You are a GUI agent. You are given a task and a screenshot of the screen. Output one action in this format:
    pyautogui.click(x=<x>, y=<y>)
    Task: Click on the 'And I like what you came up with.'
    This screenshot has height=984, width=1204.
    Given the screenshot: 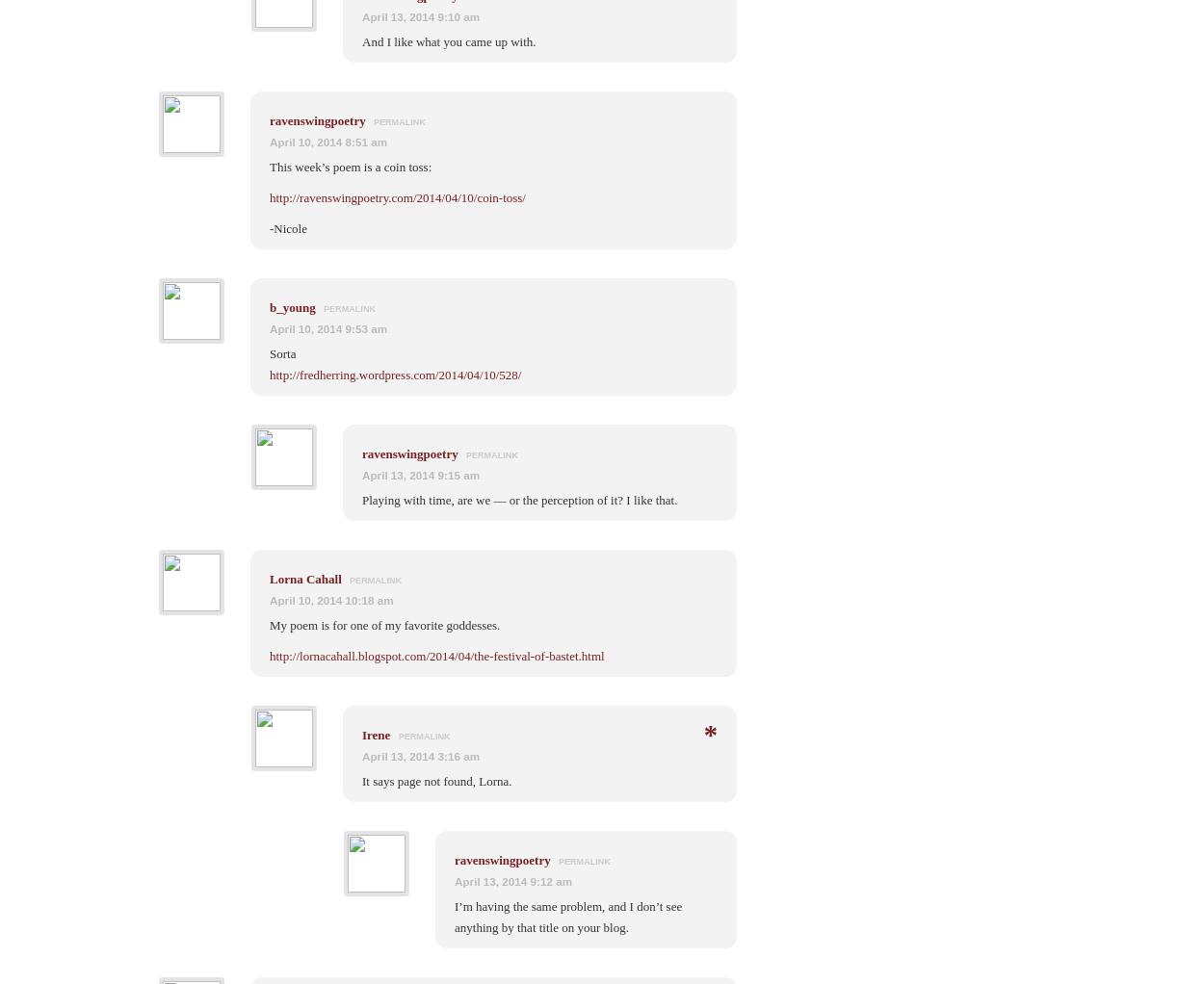 What is the action you would take?
    pyautogui.click(x=448, y=40)
    